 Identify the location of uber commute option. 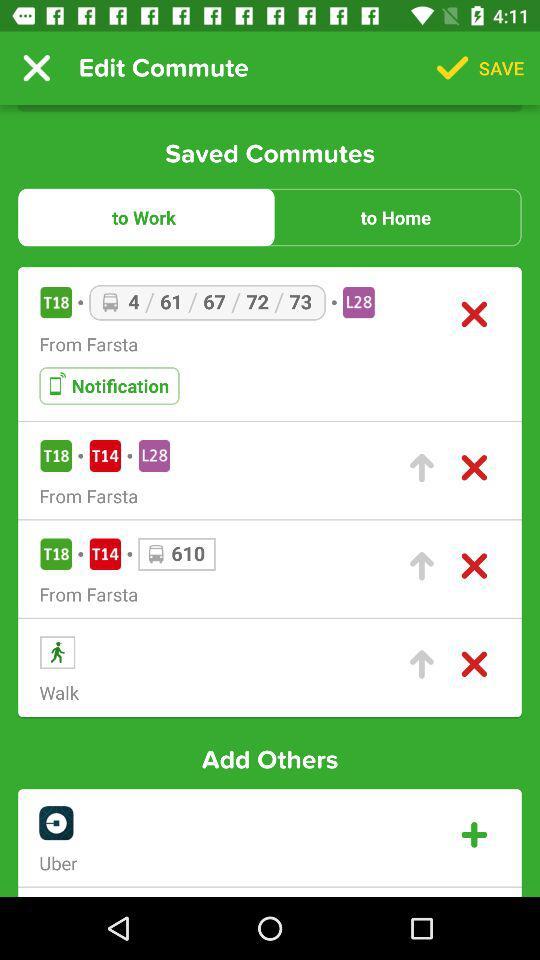
(473, 835).